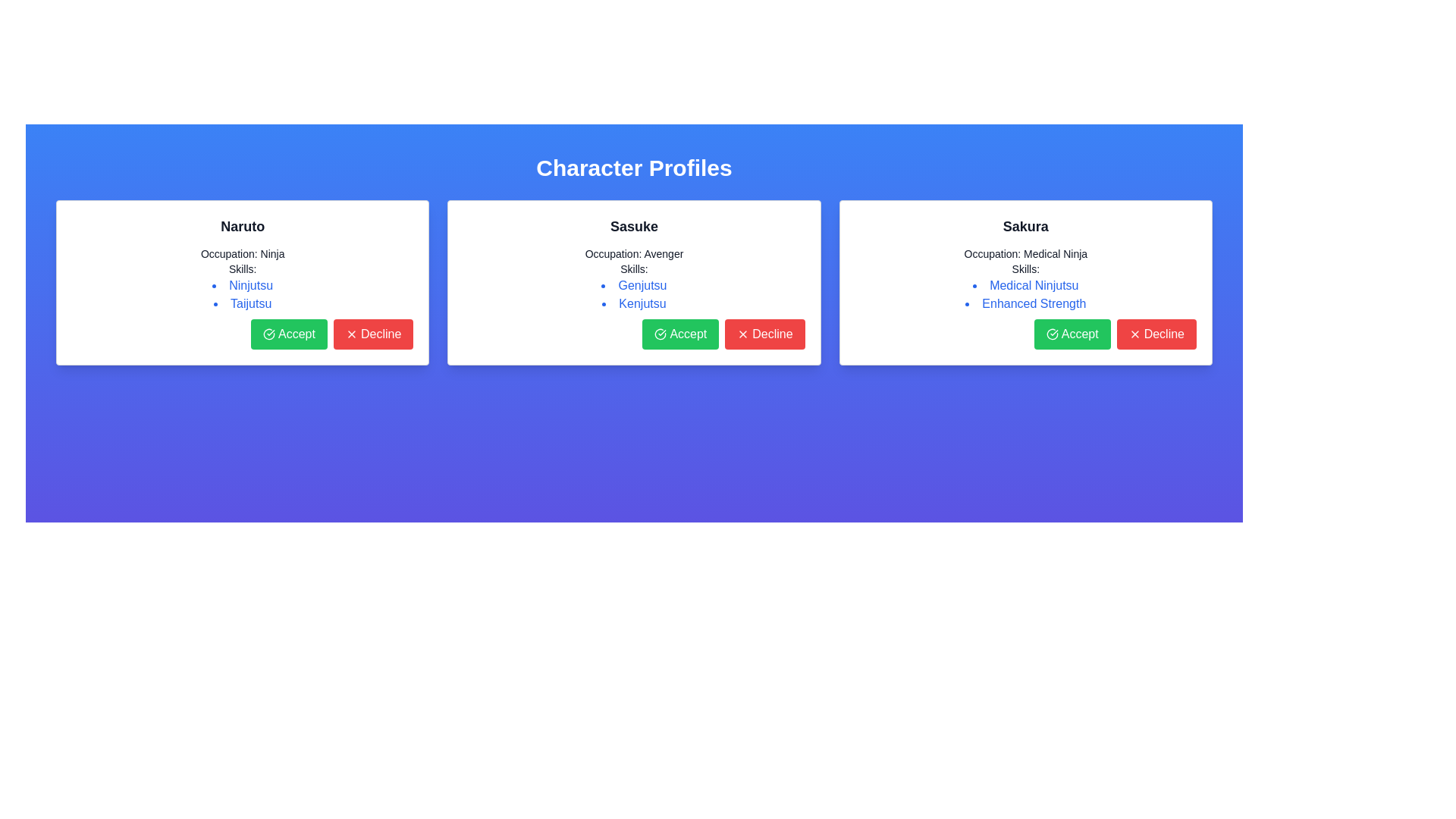 The image size is (1456, 819). What do you see at coordinates (1156, 333) in the screenshot?
I see `the decline button located in the bottom-right corner of the highlighted profile card for Sakura to trigger hover effects` at bounding box center [1156, 333].